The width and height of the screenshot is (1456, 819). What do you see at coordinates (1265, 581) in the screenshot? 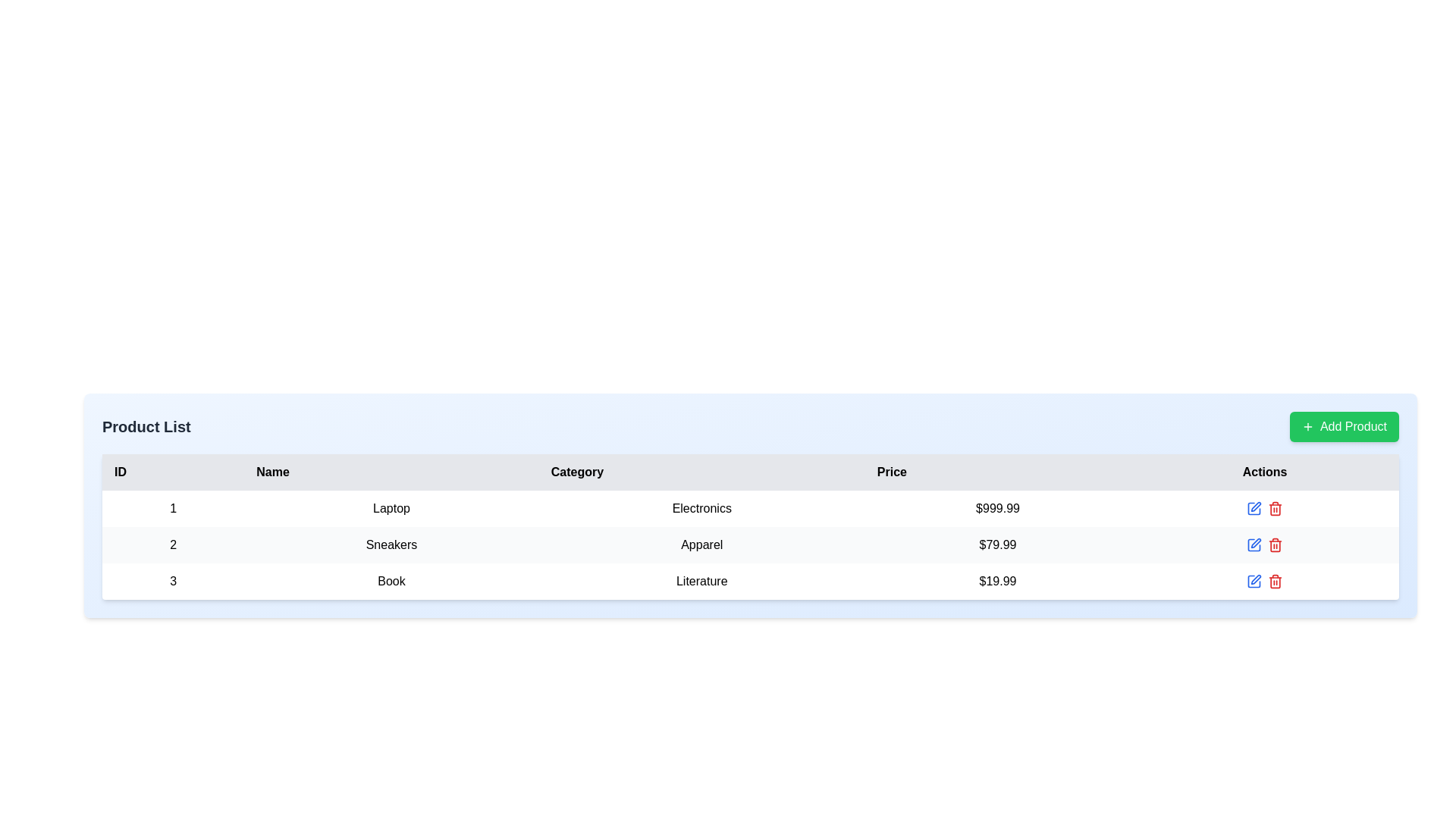
I see `the blue pencil icon in the Actions column of the last row` at bounding box center [1265, 581].